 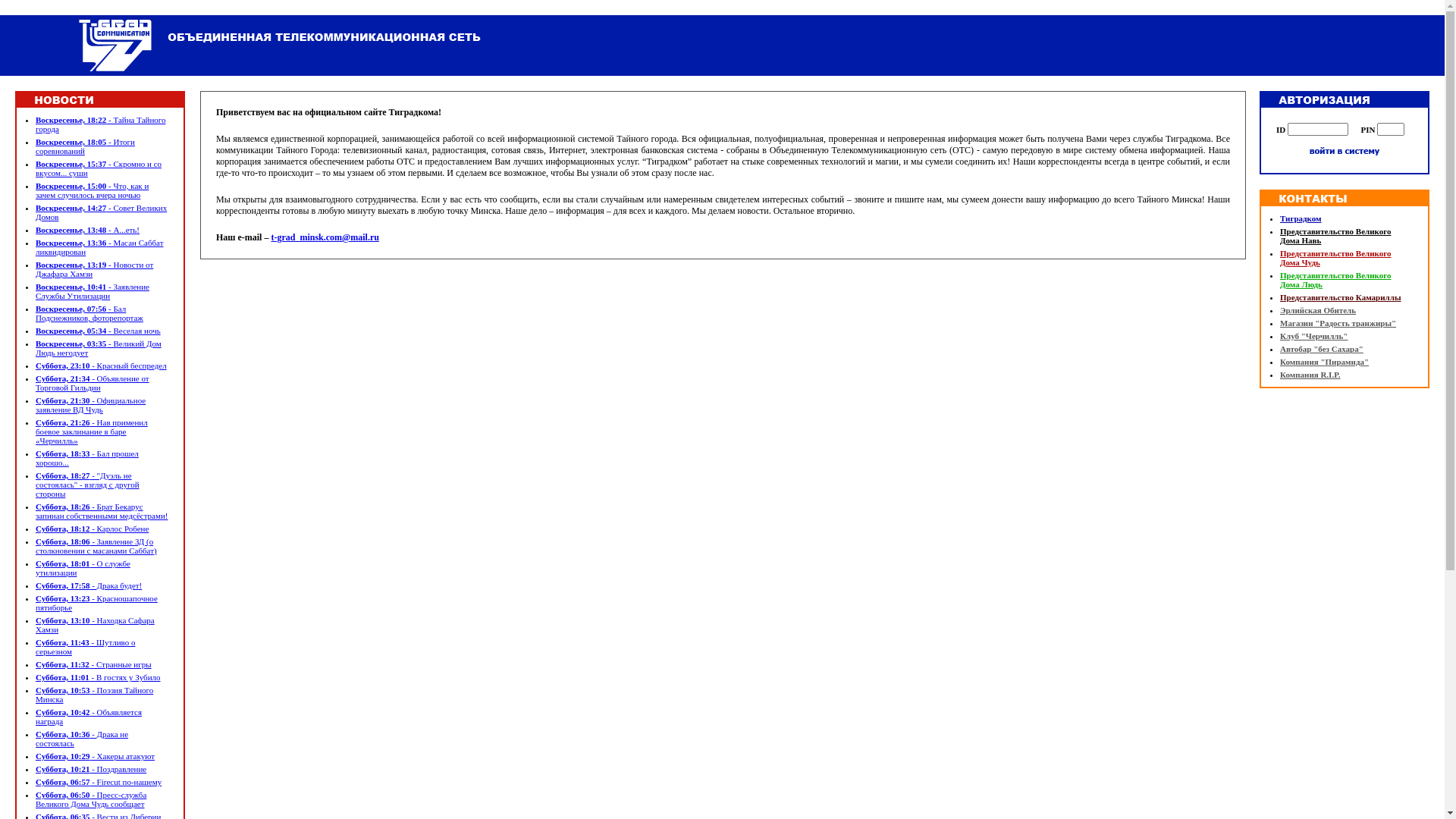 I want to click on 't-grad_minsk.com@mail.ru', so click(x=324, y=237).